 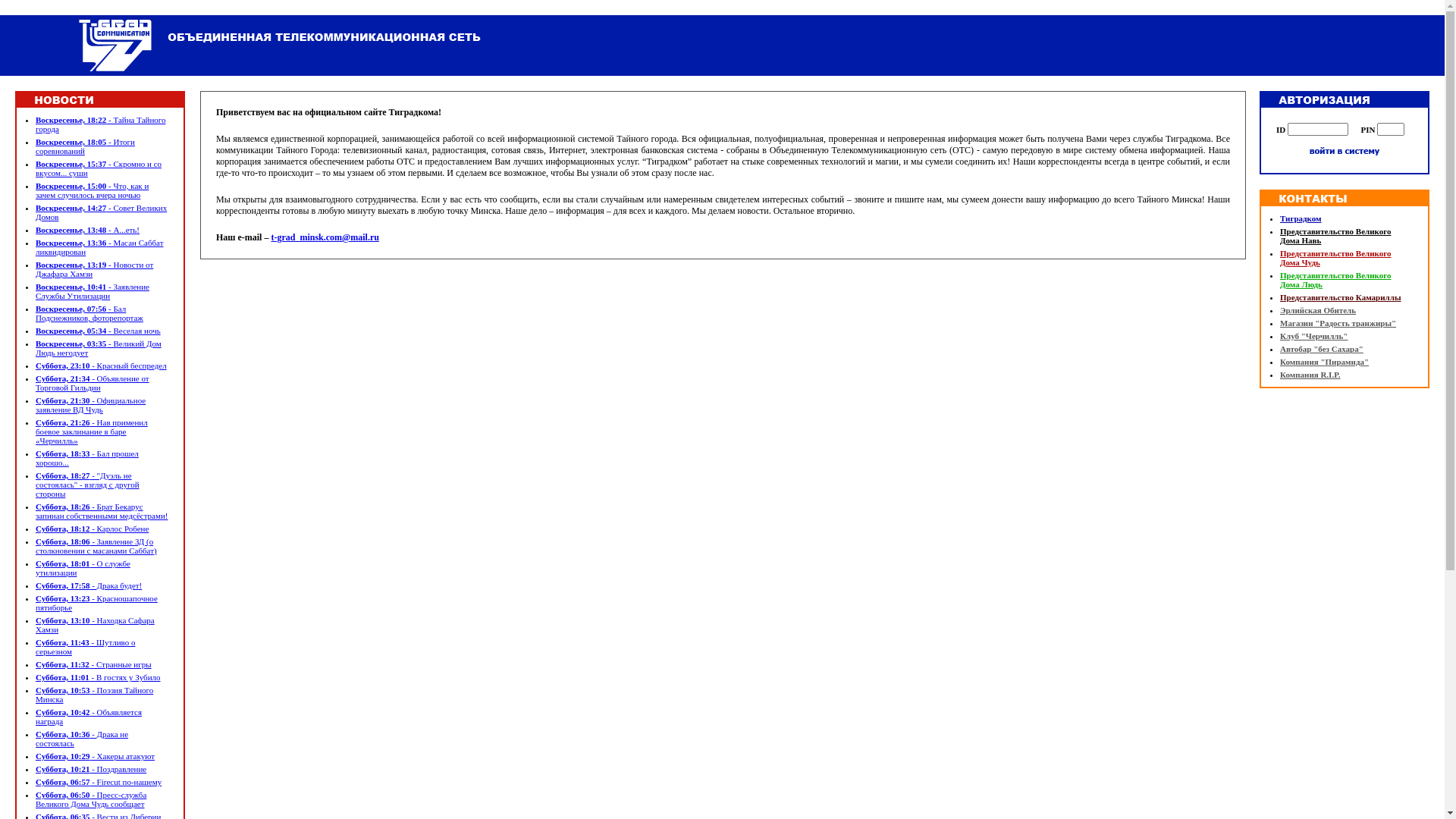 I want to click on 't-grad_minsk.com@mail.ru', so click(x=324, y=237).